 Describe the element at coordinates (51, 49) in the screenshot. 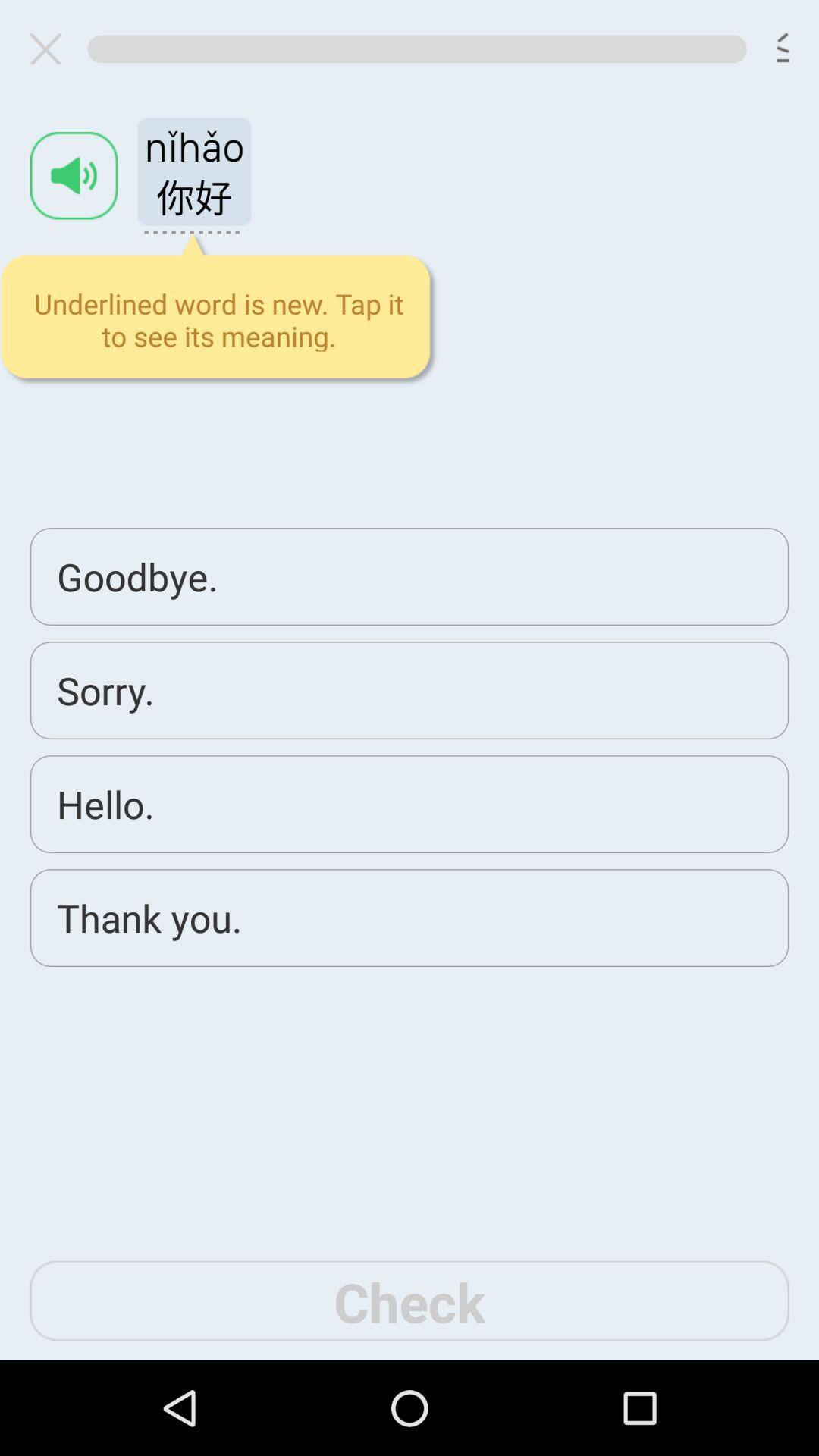

I see `page` at that location.